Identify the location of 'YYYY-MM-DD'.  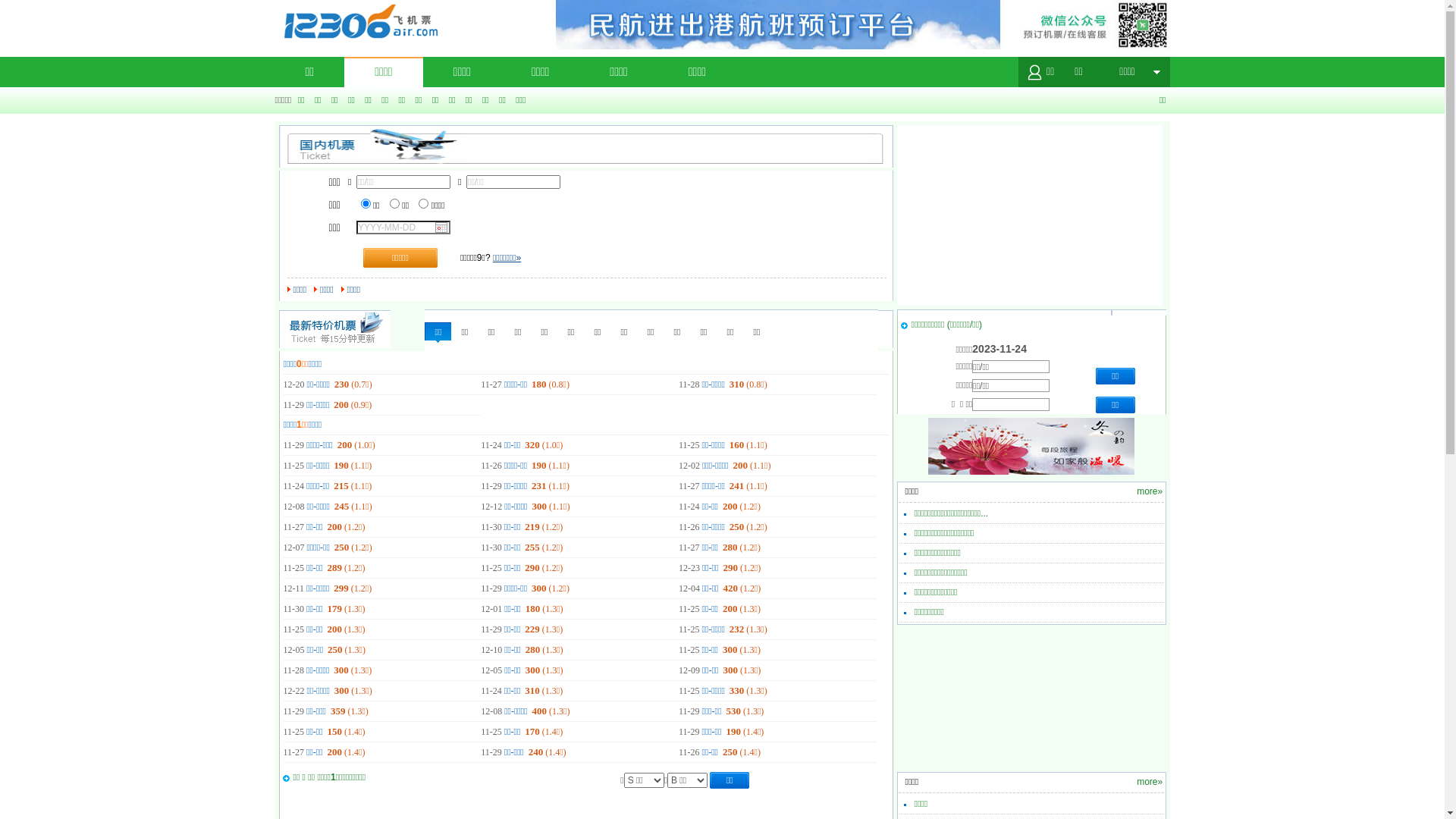
(403, 227).